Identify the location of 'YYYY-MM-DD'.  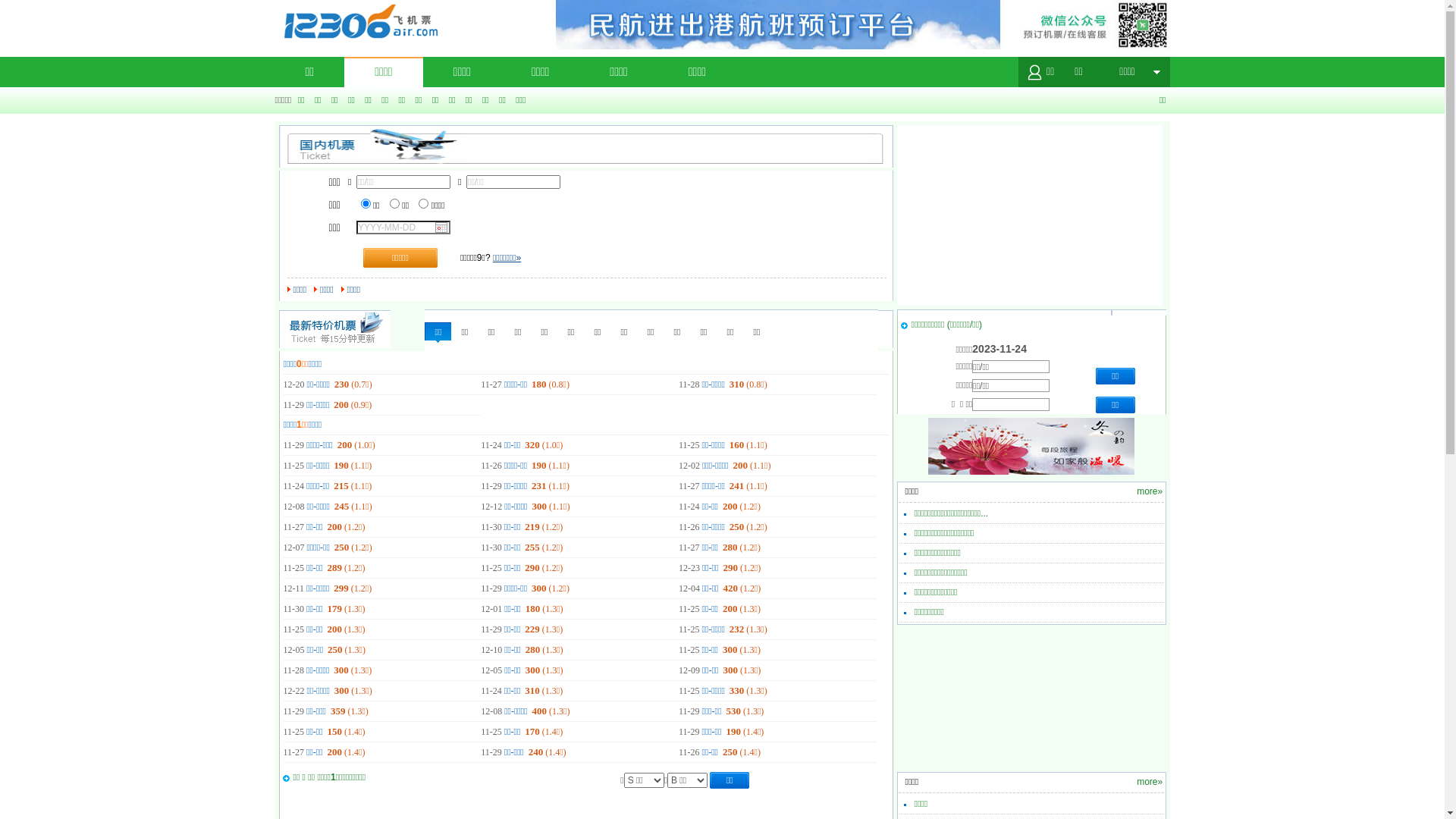
(403, 227).